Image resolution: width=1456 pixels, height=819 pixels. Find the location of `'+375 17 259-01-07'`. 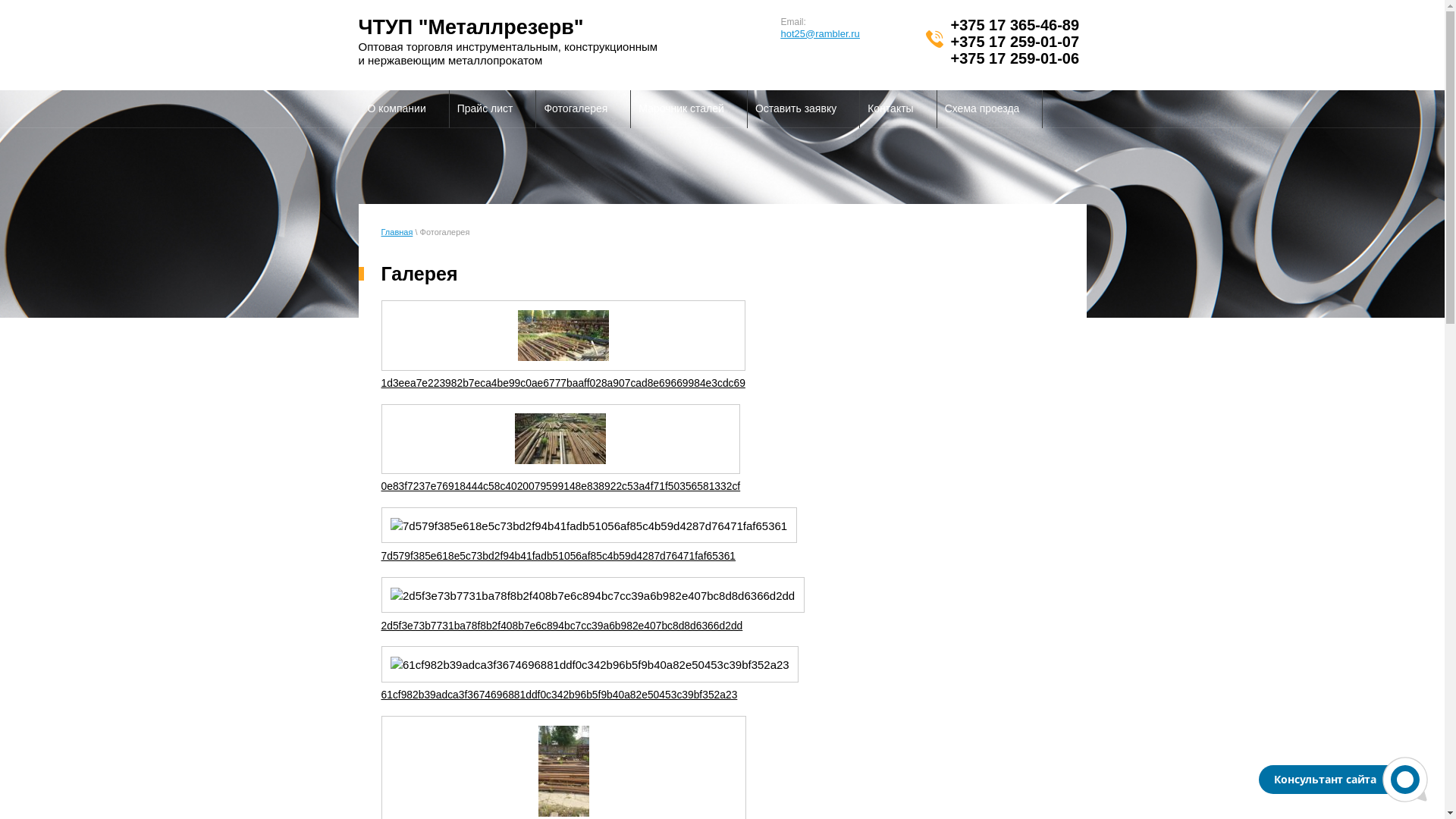

'+375 17 259-01-07' is located at coordinates (1015, 40).